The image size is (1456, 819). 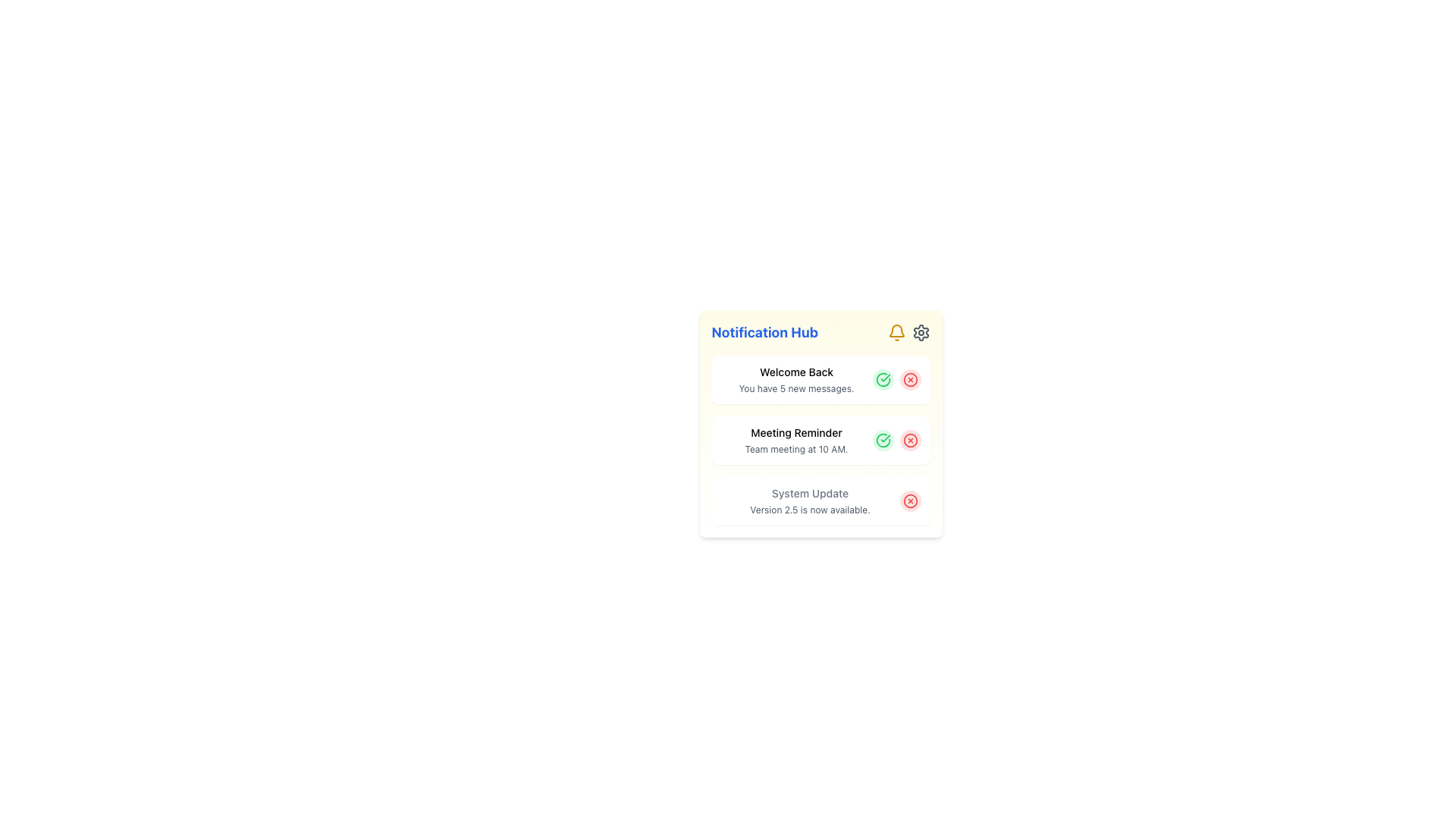 What do you see at coordinates (820, 500) in the screenshot?
I see `the Notification Card that provides information about a system update, which is the third card in a vertical list layout` at bounding box center [820, 500].